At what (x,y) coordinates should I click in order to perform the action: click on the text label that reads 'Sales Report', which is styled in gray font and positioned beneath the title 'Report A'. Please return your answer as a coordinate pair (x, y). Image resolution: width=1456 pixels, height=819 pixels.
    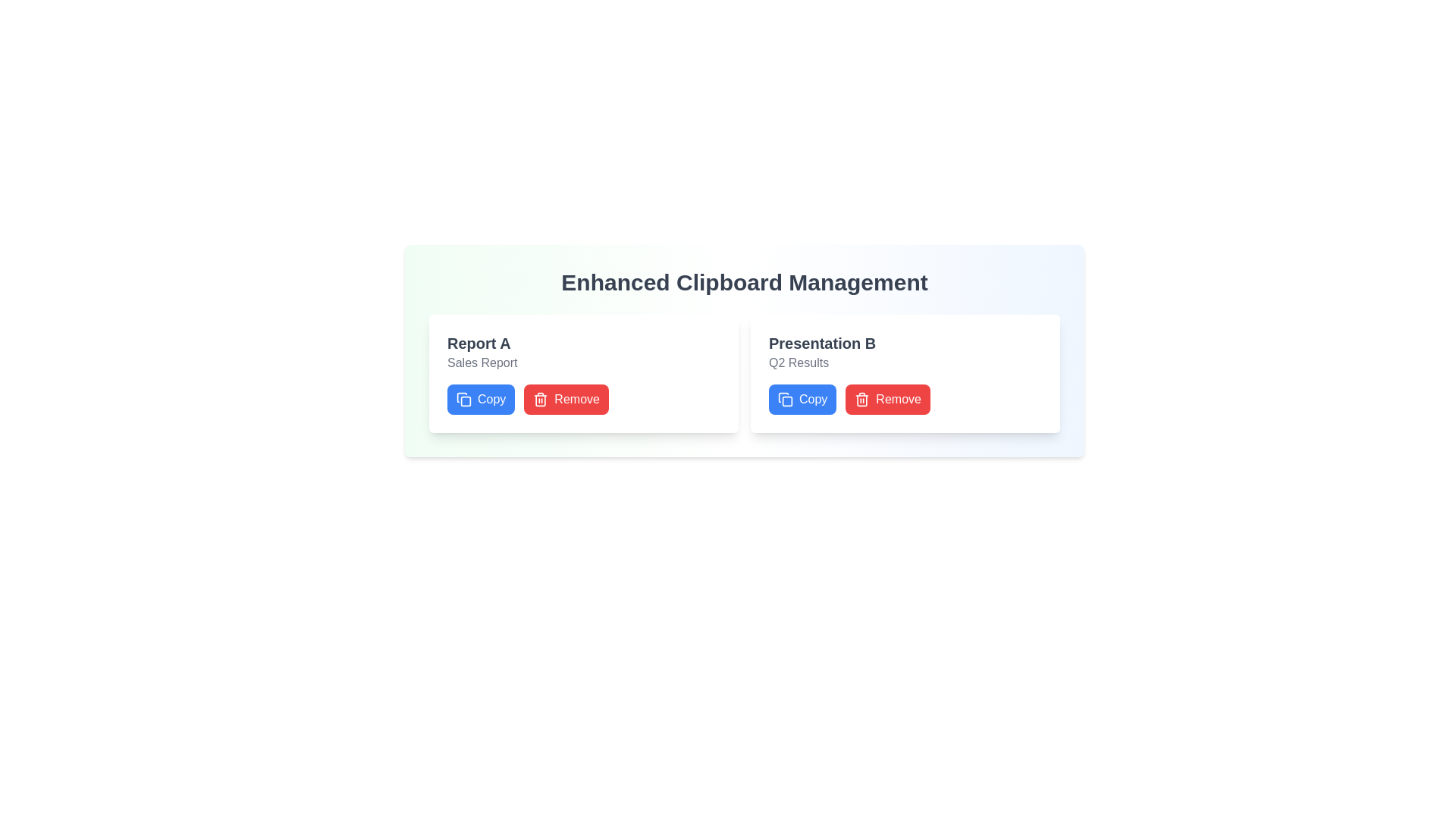
    Looking at the image, I should click on (482, 362).